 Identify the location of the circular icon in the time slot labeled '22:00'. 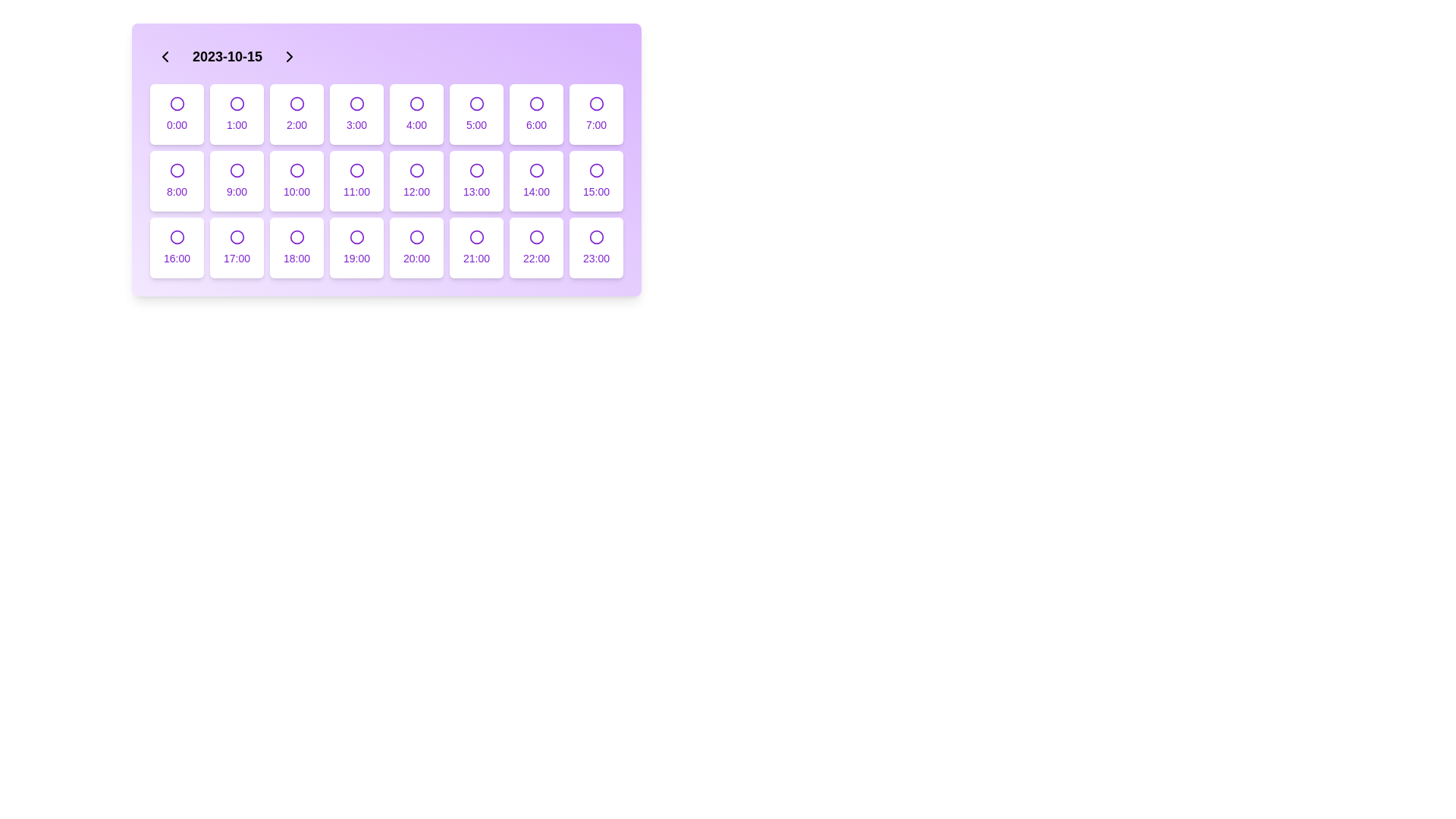
(536, 237).